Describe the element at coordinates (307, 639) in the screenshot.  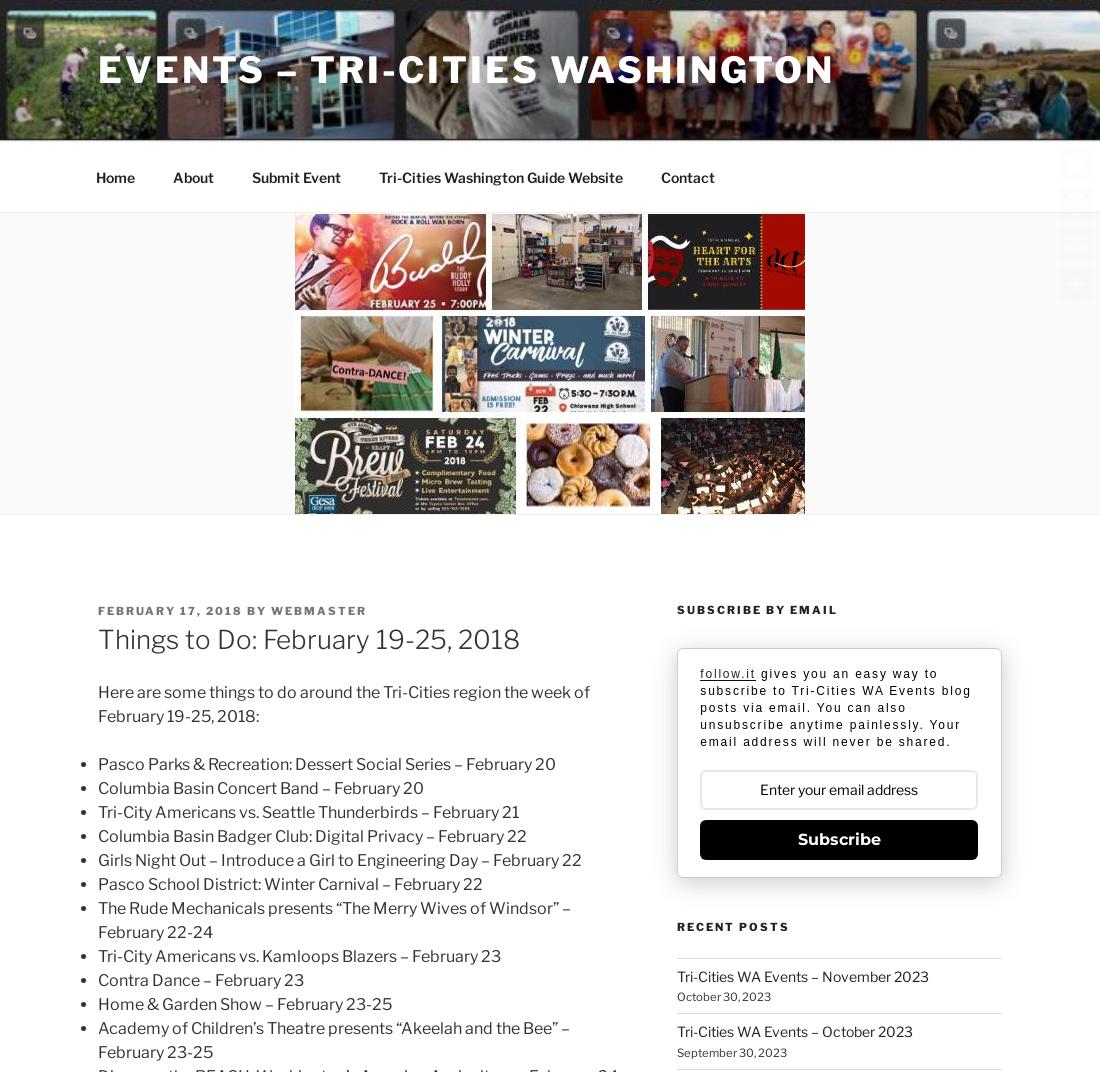
I see `'Things to Do: February 19-25, 2018'` at that location.